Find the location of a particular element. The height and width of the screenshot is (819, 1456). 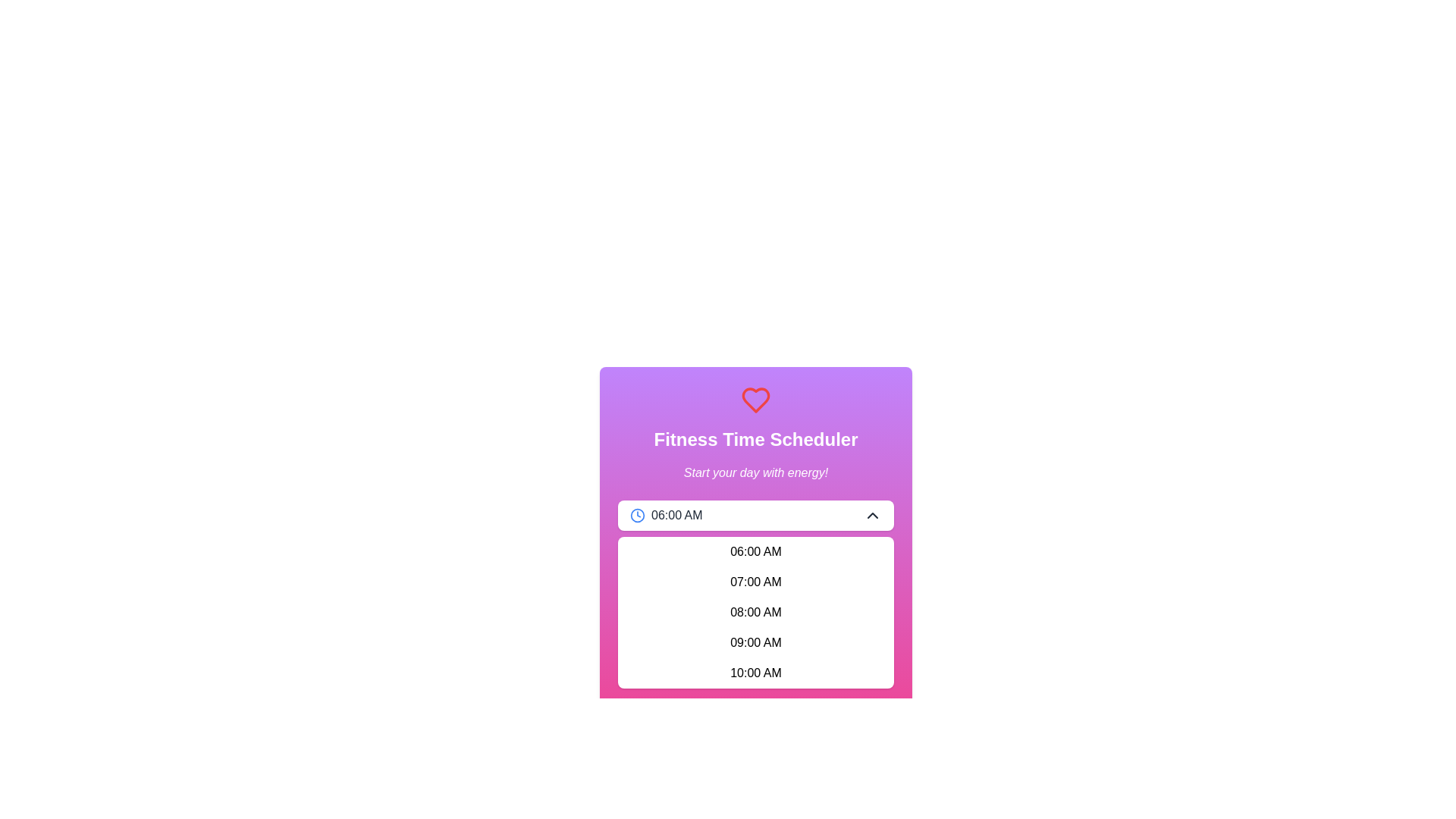

the selectable time option (08:00 AM) in the dropdown menu is located at coordinates (756, 611).